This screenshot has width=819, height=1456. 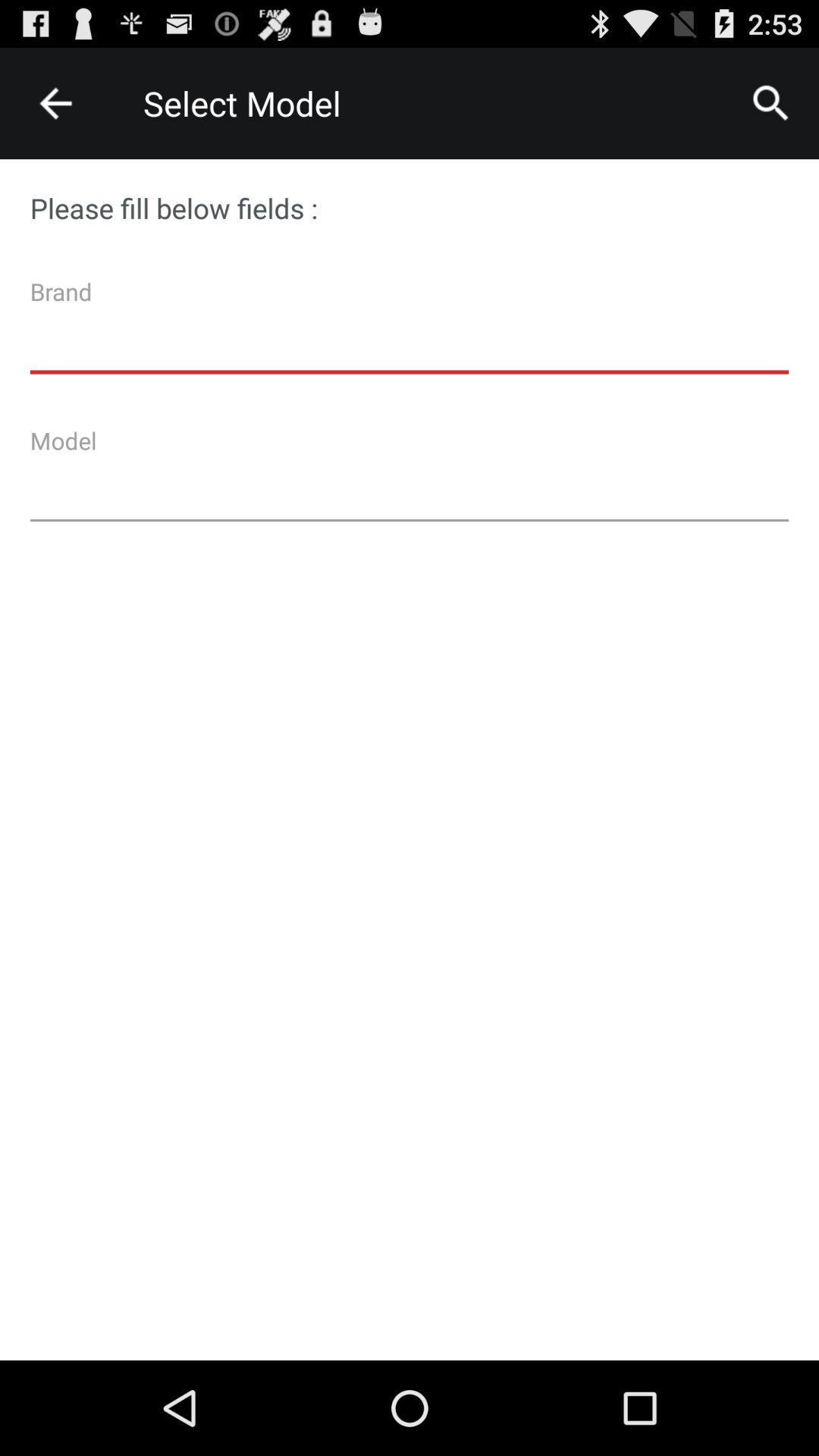 What do you see at coordinates (771, 102) in the screenshot?
I see `item to the right of the select model item` at bounding box center [771, 102].